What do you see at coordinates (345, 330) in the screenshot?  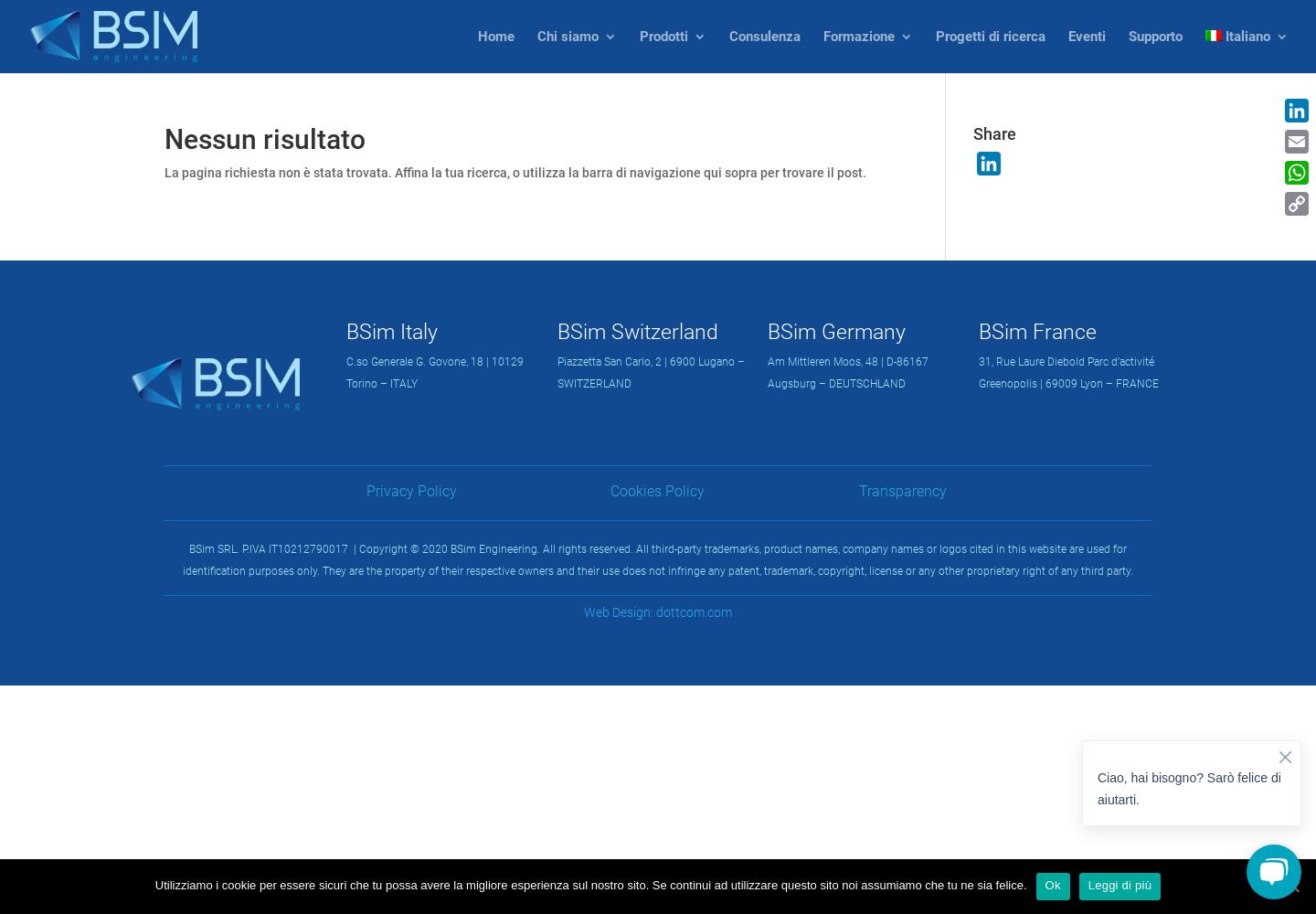 I see `'BSim Italy'` at bounding box center [345, 330].